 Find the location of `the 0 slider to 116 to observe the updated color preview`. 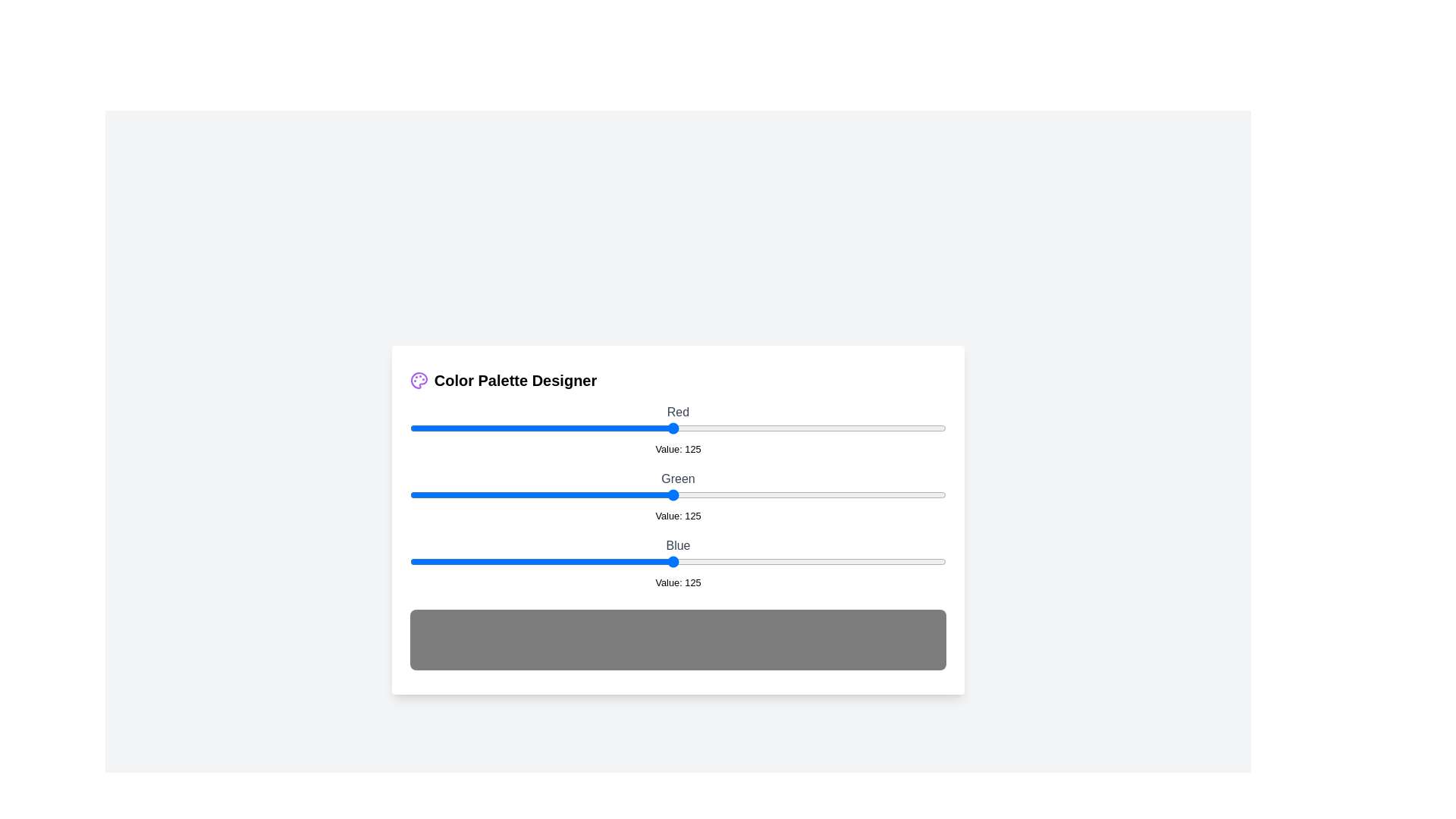

the 0 slider to 116 to observe the updated color preview is located at coordinates (654, 428).